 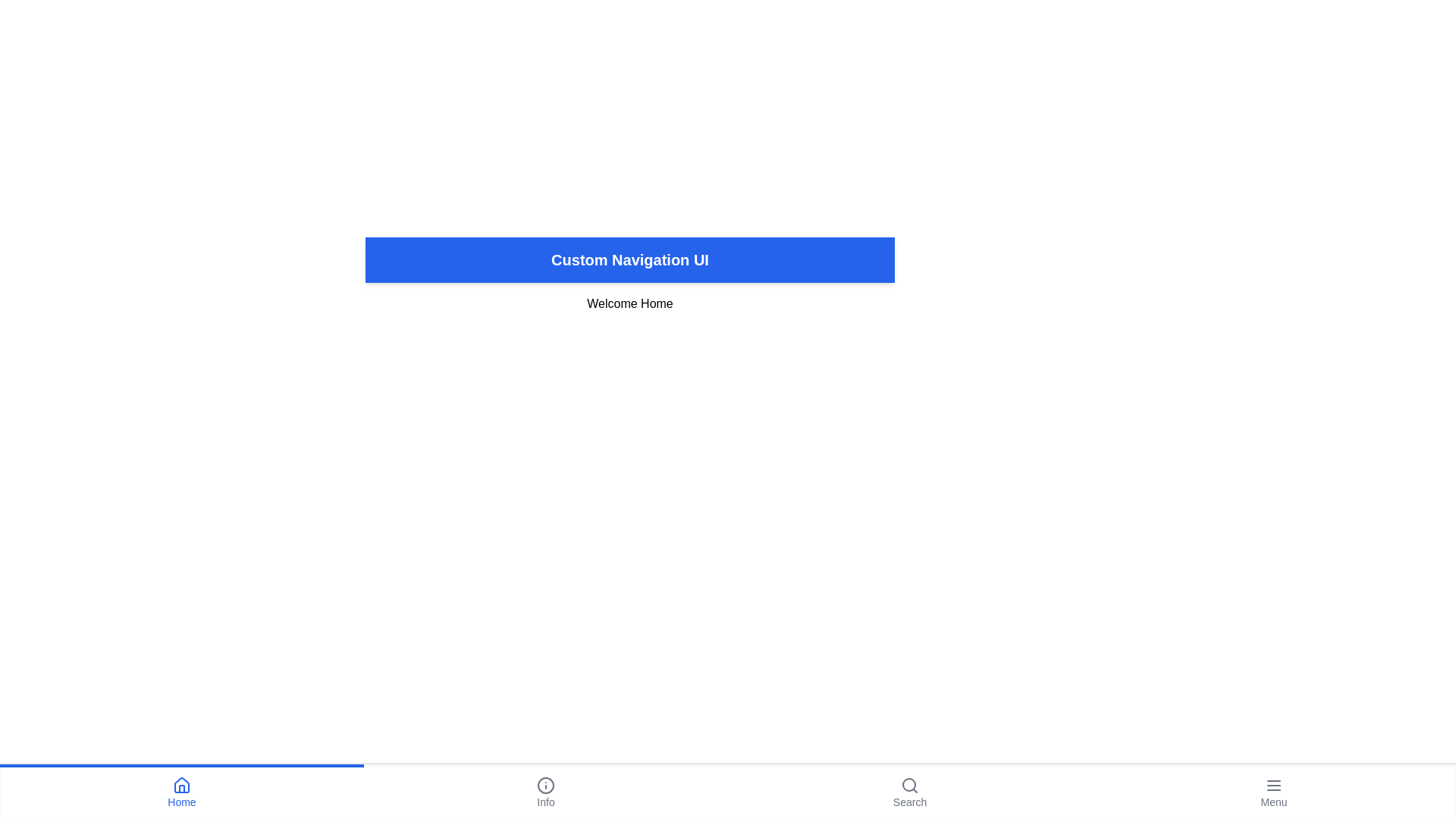 I want to click on the 'Search' text label located at the bottom-right corner of the navigation bar, which is displayed in a small, gray font, so click(x=910, y=801).